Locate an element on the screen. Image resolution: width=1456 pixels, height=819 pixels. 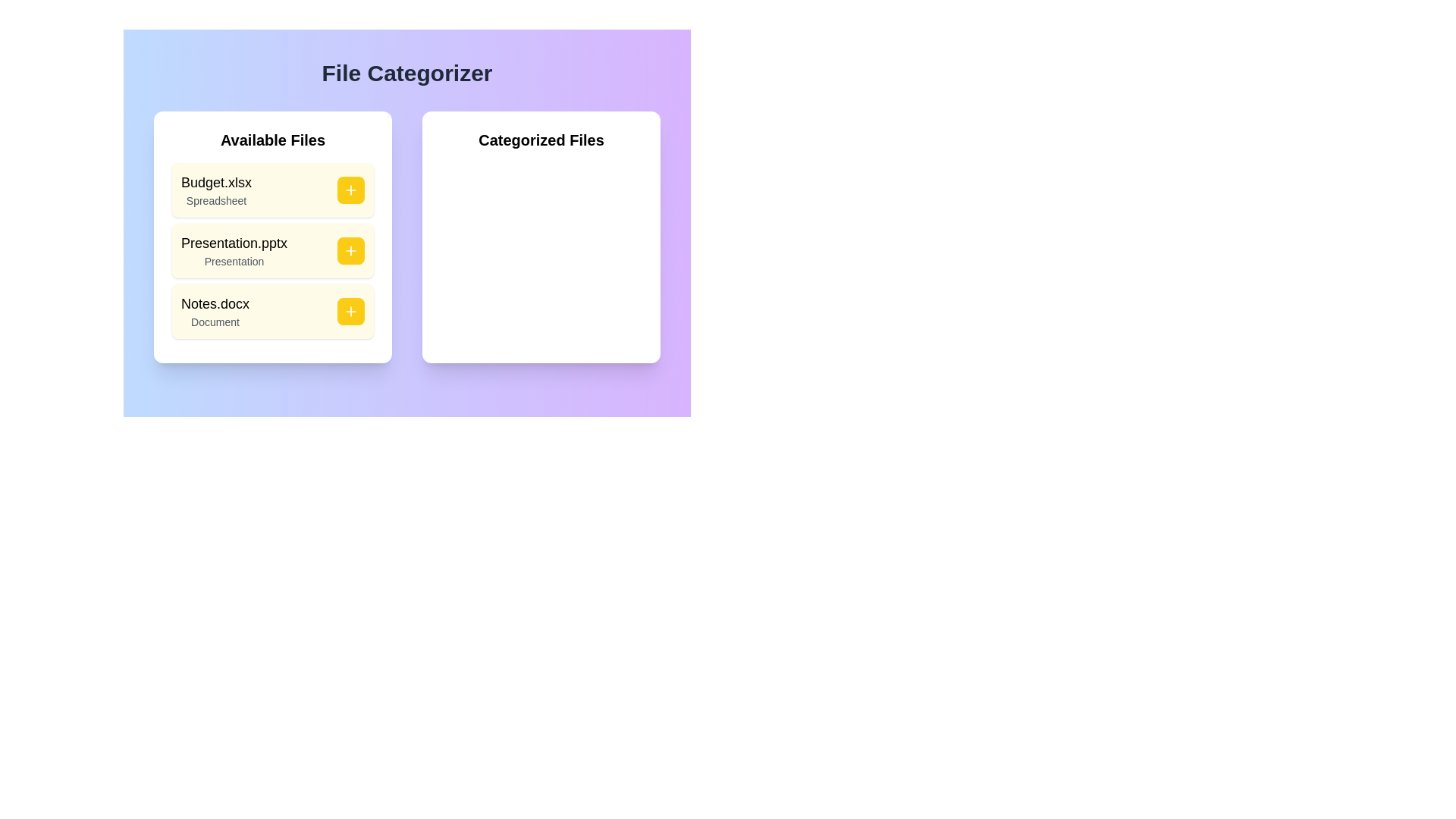
the text label displaying the file name 'Presentation.pptx', which is styled in medium font and positioned under 'Available Files' is located at coordinates (234, 242).